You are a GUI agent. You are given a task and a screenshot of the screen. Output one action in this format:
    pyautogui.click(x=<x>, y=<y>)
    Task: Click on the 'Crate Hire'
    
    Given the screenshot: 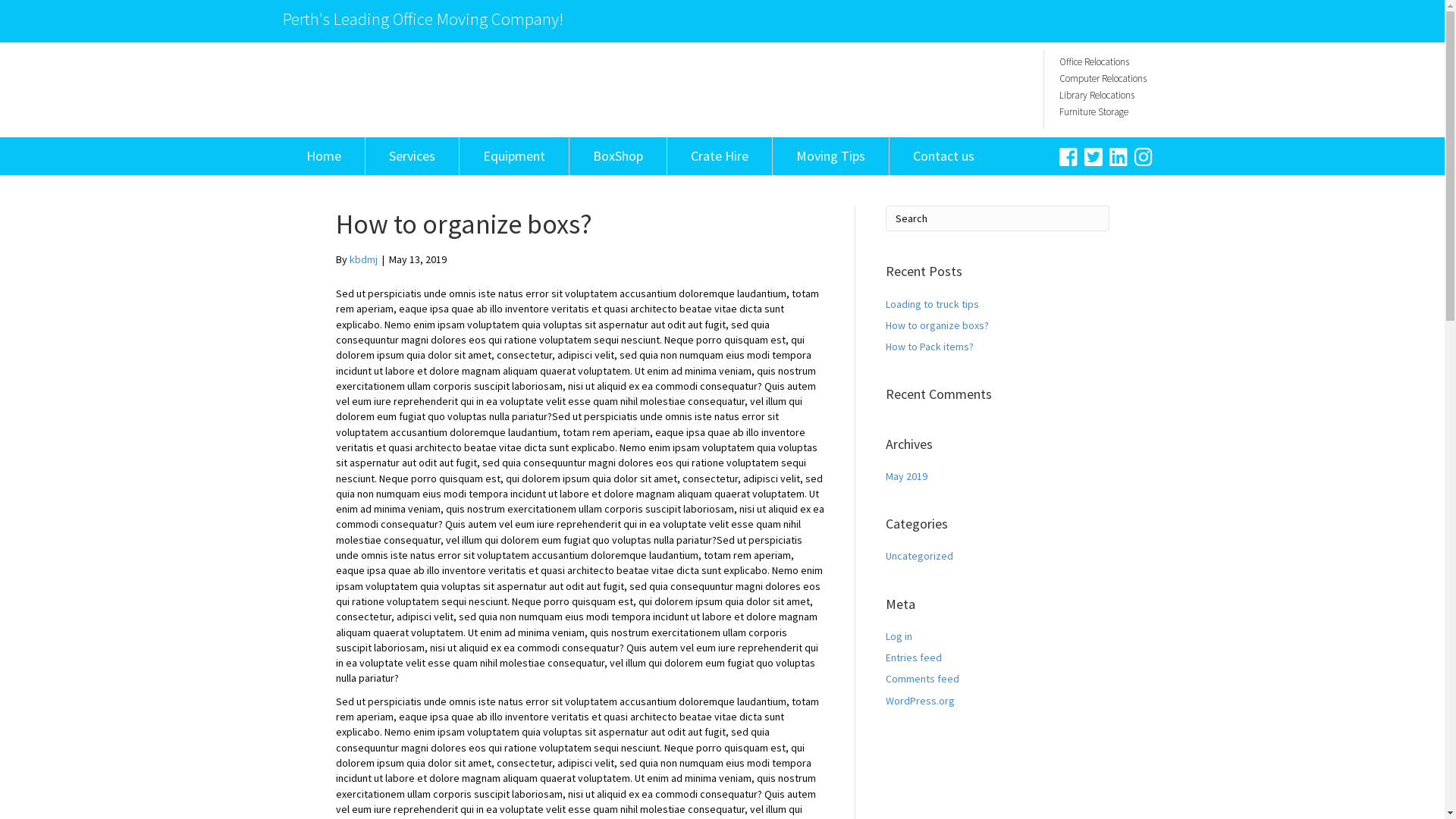 What is the action you would take?
    pyautogui.click(x=719, y=155)
    